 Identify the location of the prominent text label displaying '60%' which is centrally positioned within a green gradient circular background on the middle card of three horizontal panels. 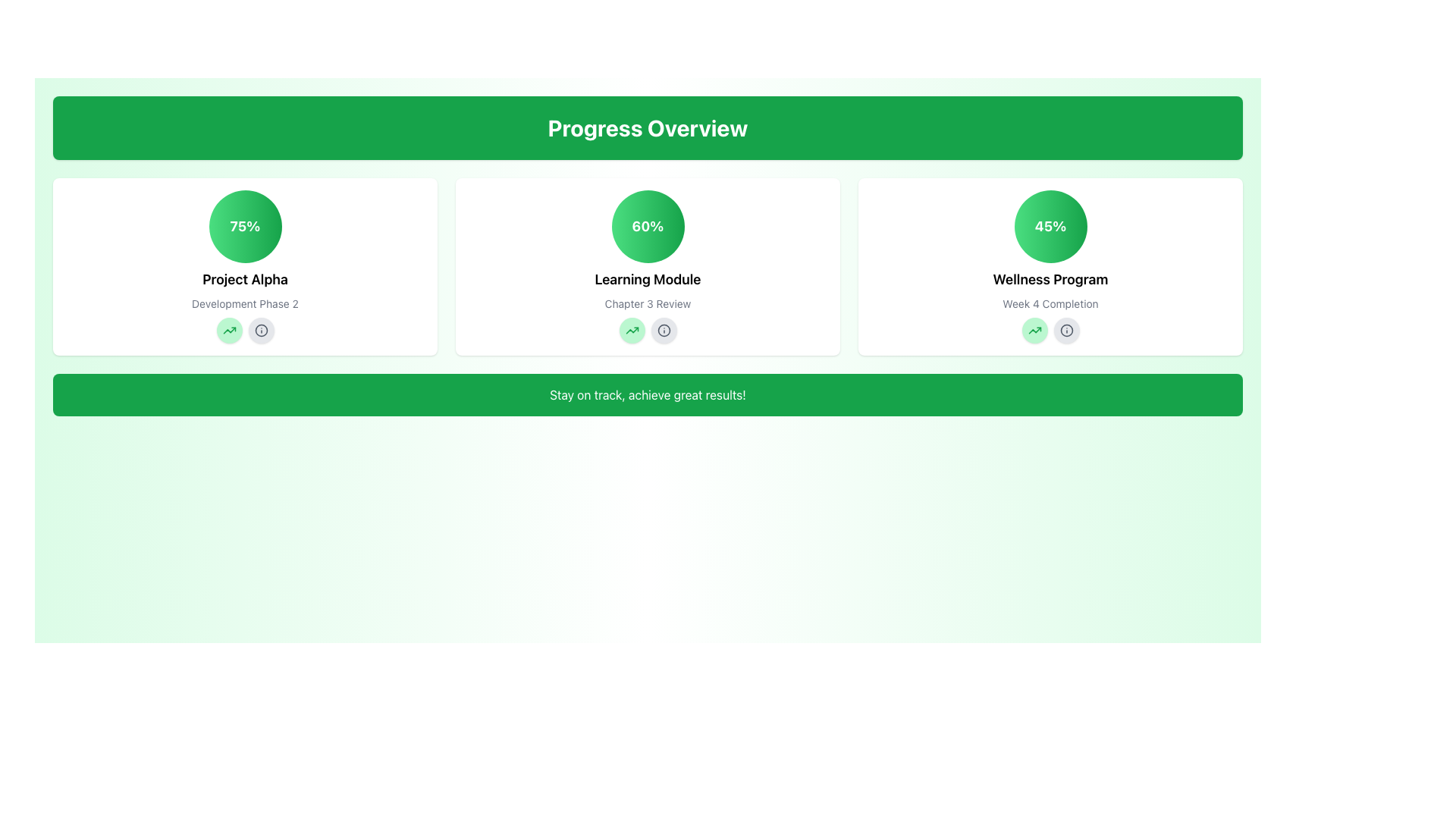
(648, 227).